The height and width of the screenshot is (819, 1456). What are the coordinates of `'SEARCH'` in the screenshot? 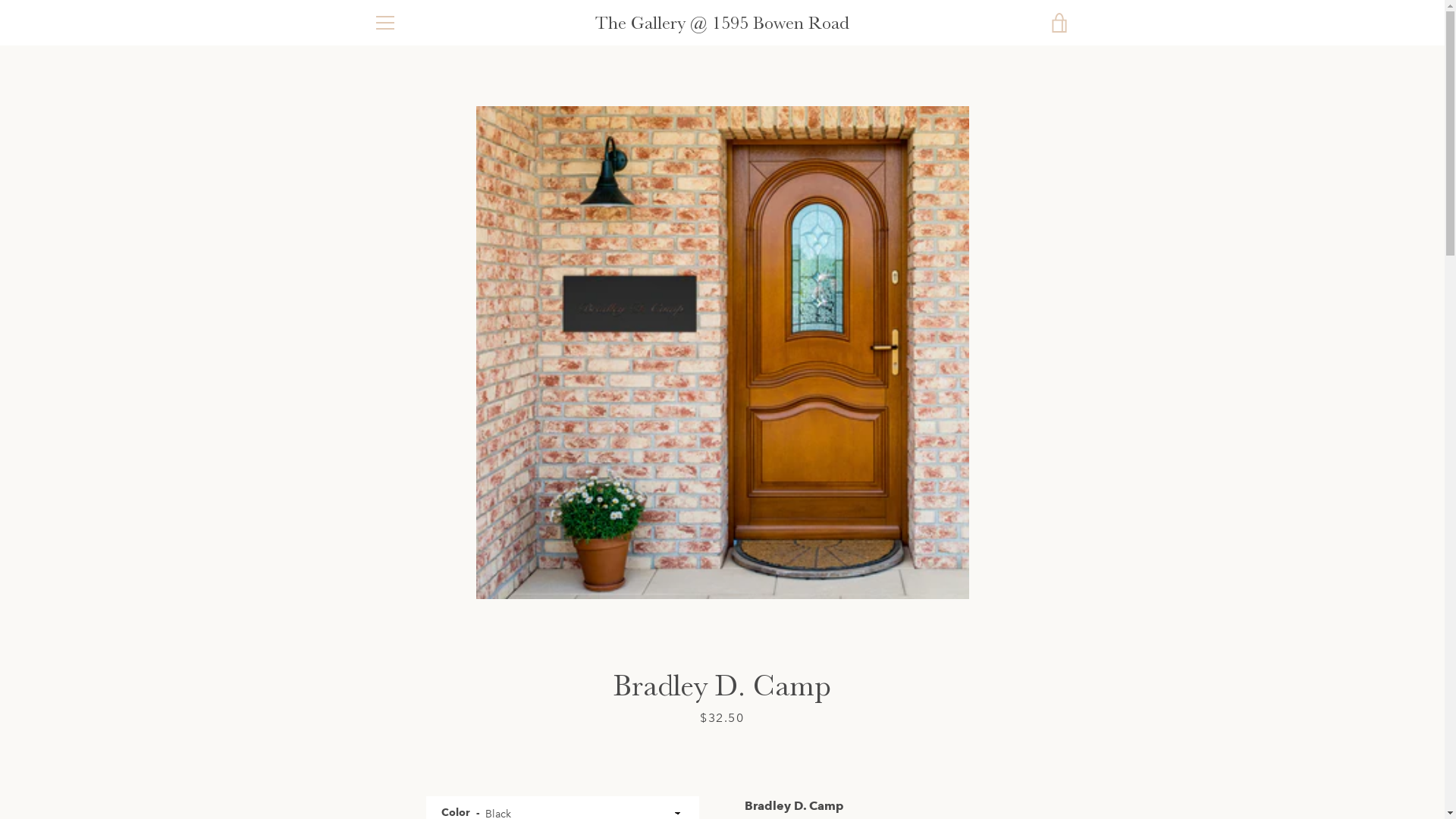 It's located at (393, 607).